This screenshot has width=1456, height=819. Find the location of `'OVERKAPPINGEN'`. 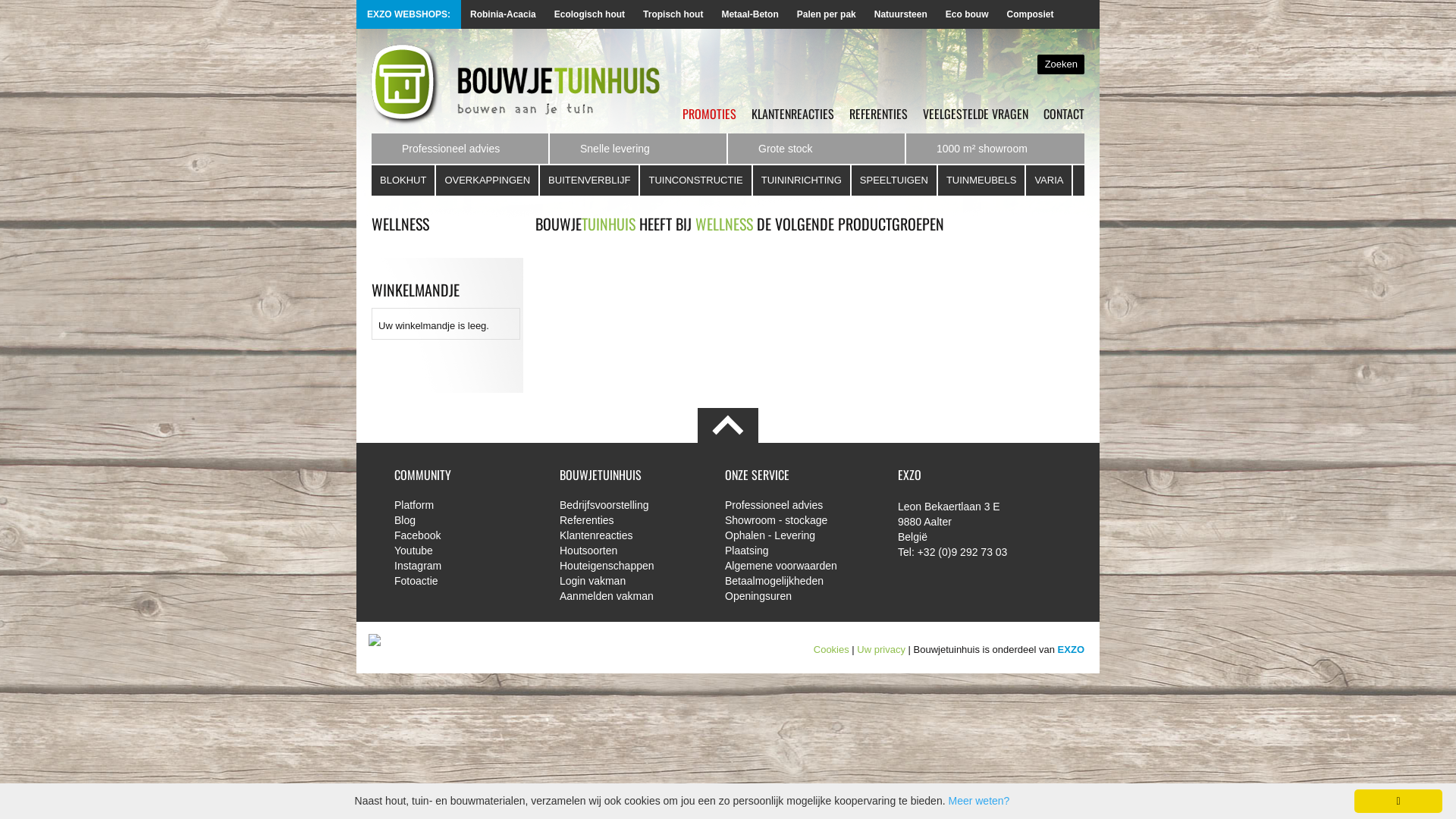

'OVERKAPPINGEN' is located at coordinates (435, 180).